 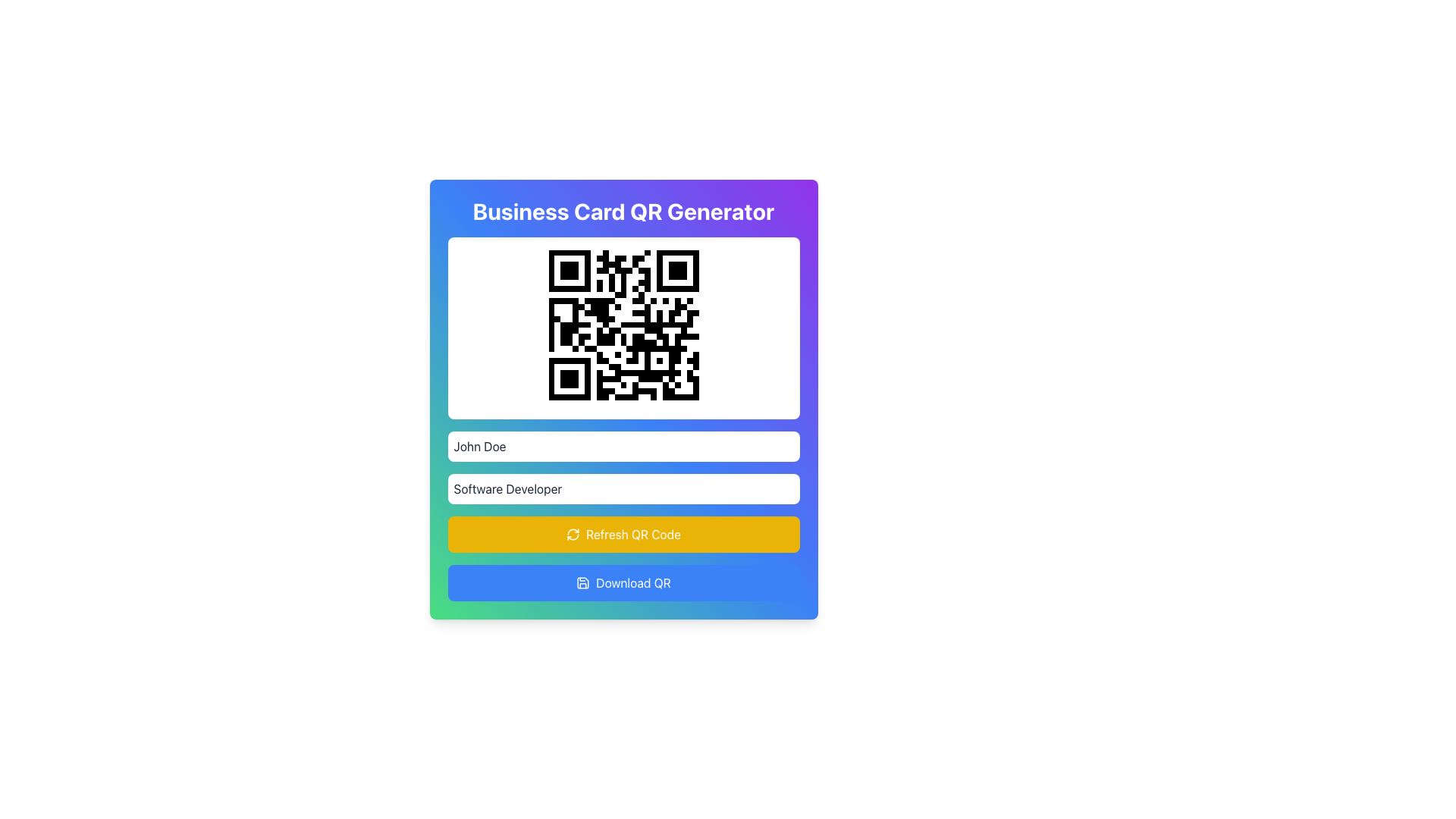 I want to click on the 'Refresh QR Code' text label which is styled within a yellow button, located toward the lower part of the interface card, so click(x=633, y=534).